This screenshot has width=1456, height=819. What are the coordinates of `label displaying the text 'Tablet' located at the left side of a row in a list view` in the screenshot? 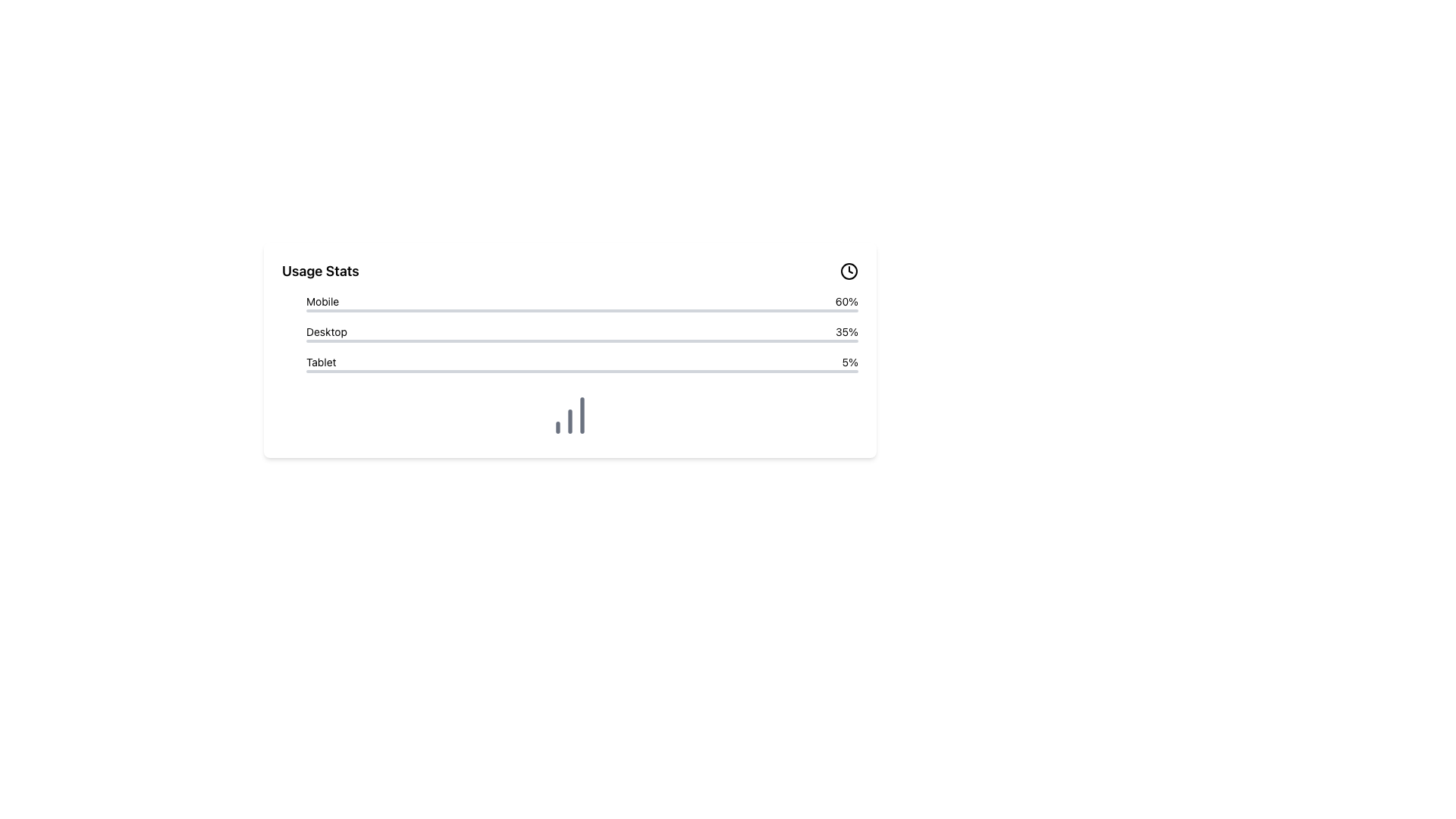 It's located at (320, 362).